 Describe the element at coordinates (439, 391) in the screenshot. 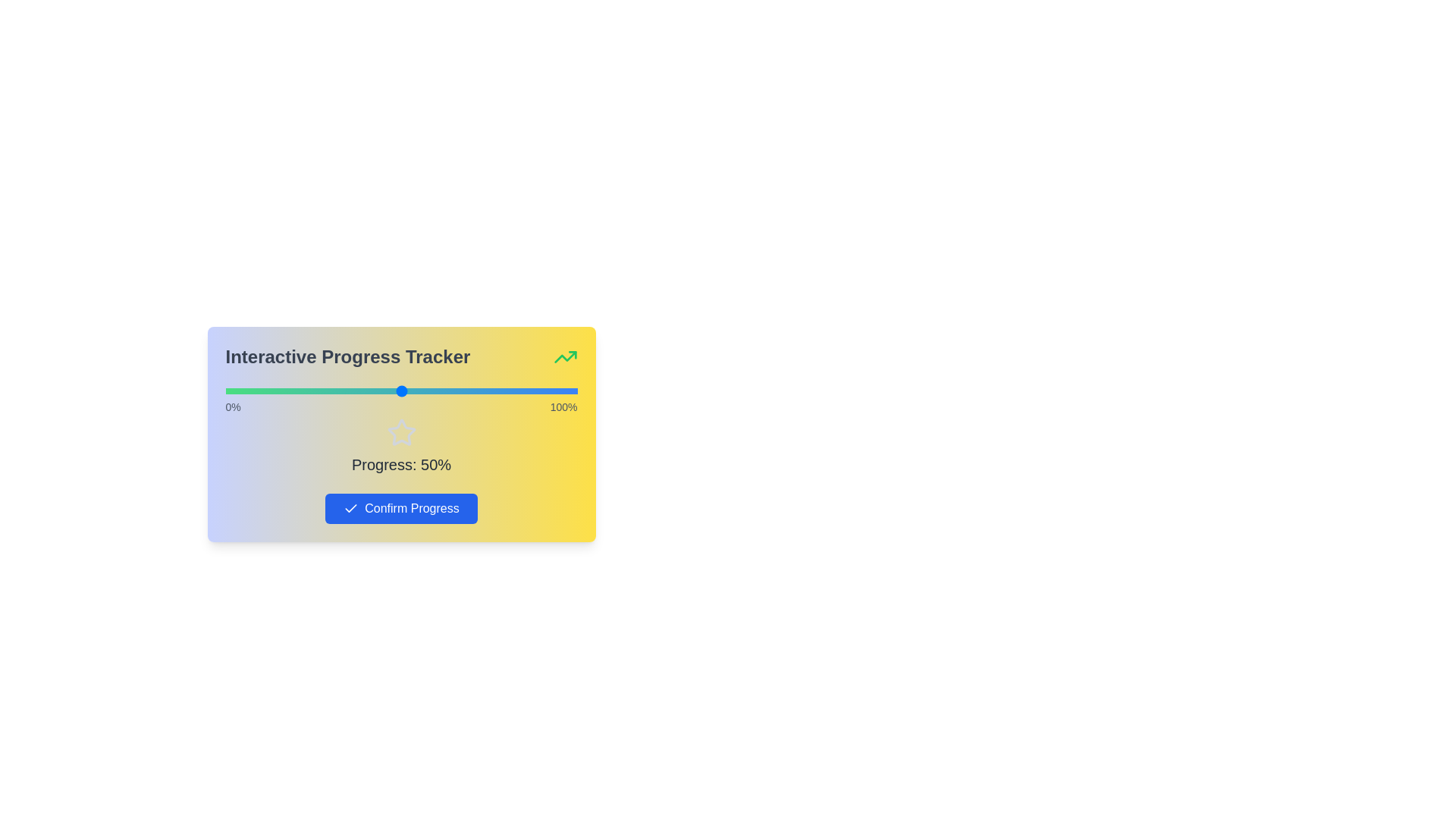

I see `the slider to set the progress percentage to 61` at that location.